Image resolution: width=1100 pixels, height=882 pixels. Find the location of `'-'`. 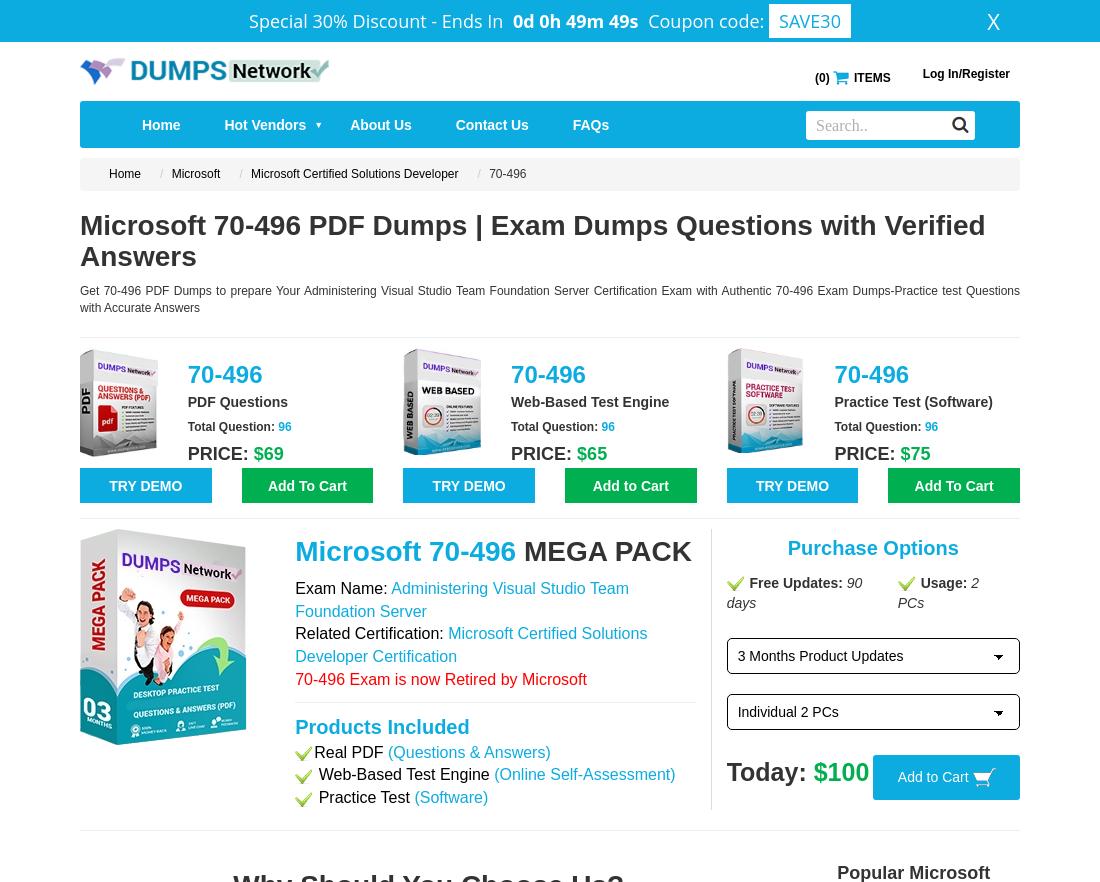

'-' is located at coordinates (432, 20).